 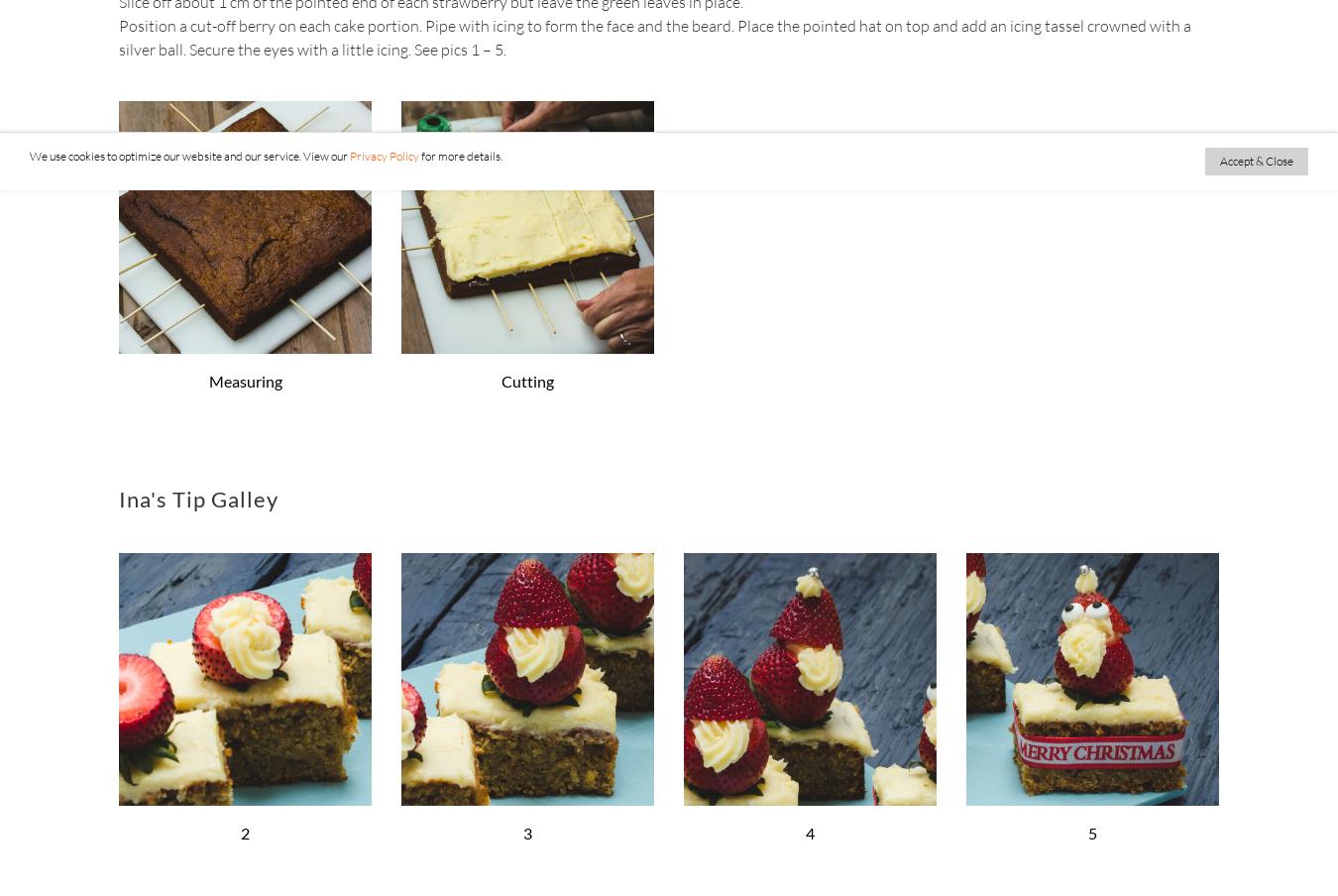 I want to click on 'Privacy Policy', so click(x=384, y=155).